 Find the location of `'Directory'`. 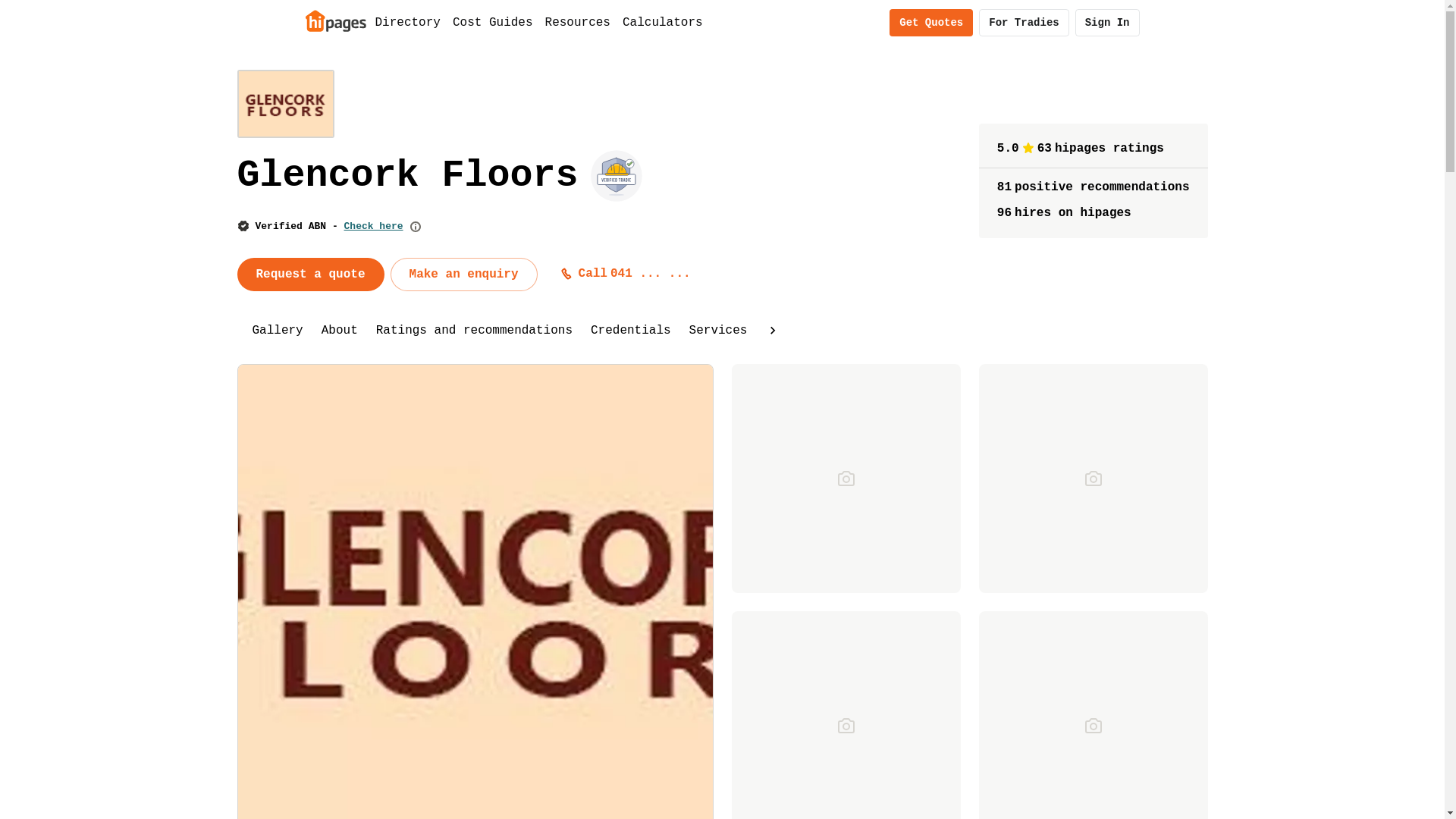

'Directory' is located at coordinates (407, 23).